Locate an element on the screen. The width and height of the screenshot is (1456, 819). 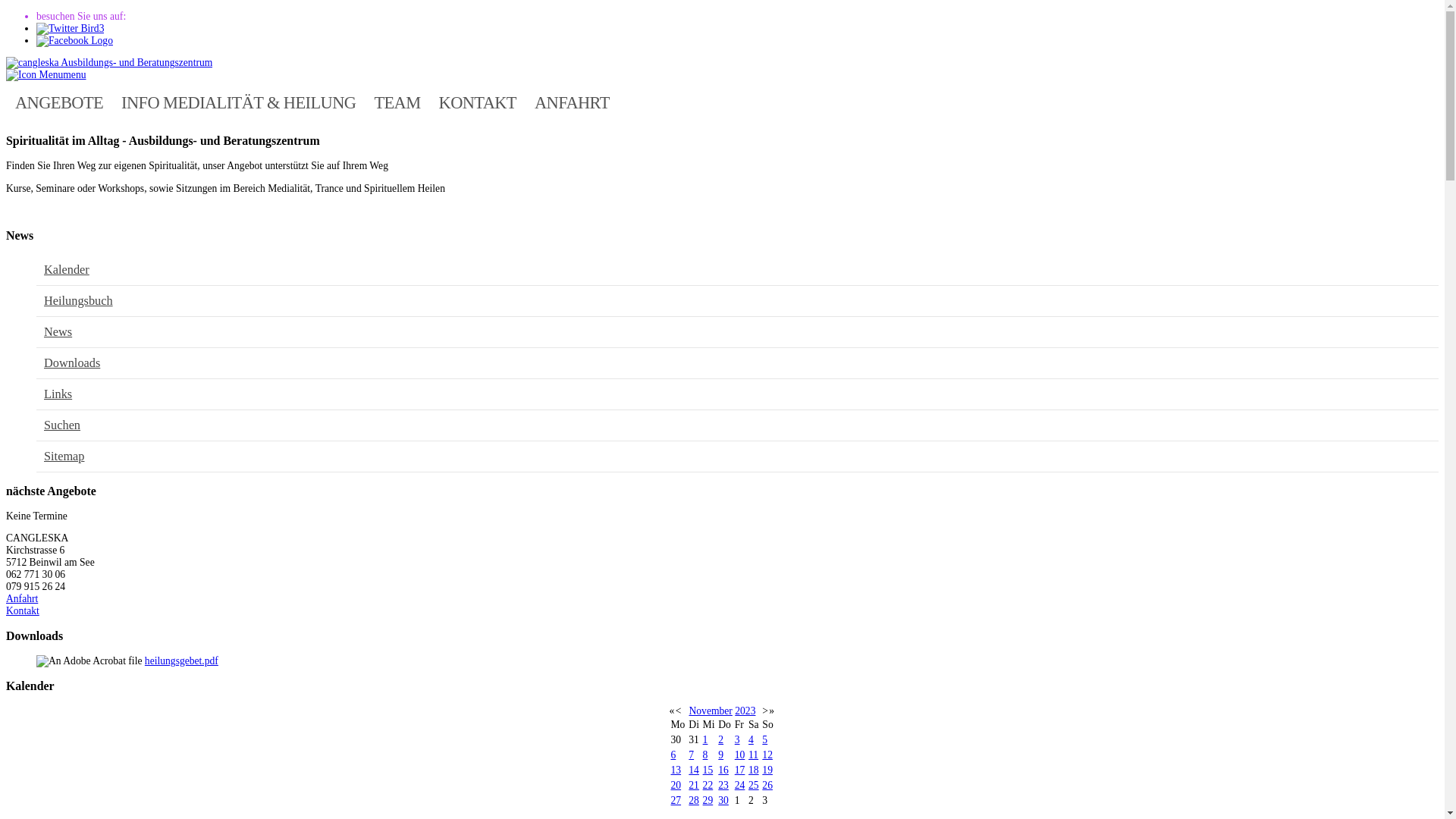
'Suchen' is located at coordinates (43, 425).